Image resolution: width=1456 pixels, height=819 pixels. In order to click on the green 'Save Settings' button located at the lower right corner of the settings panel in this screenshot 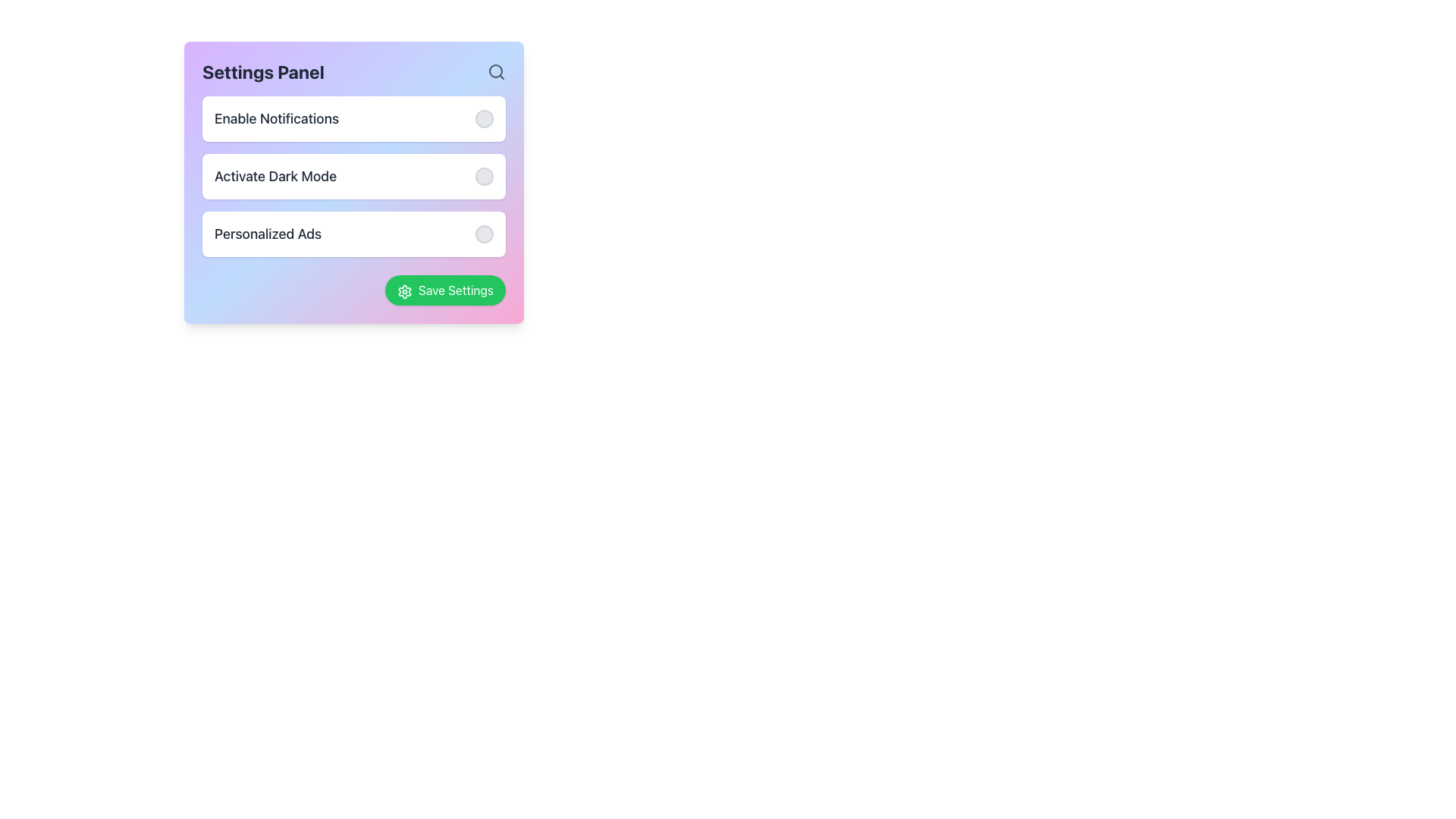, I will do `click(444, 290)`.